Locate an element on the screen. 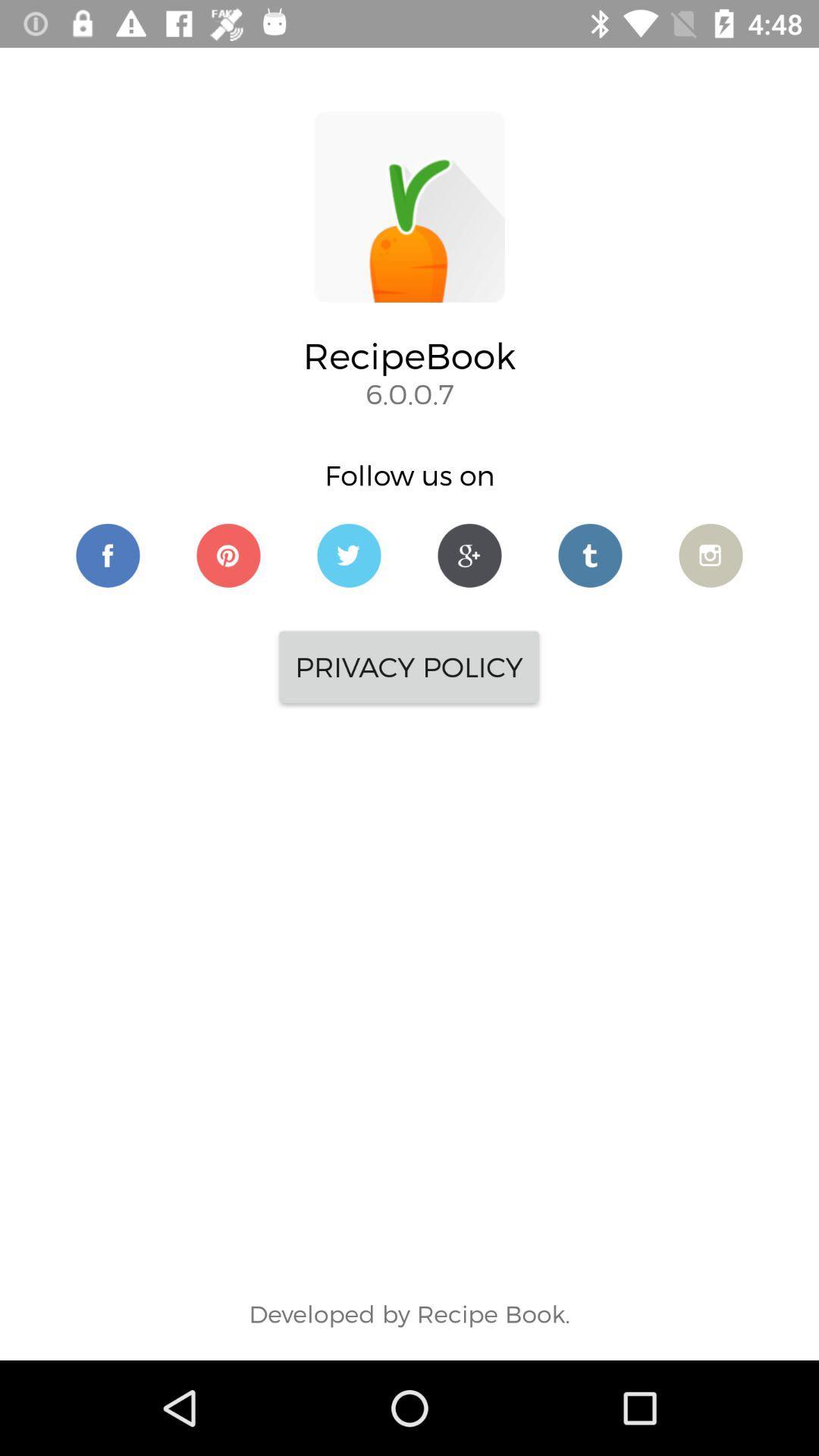 The width and height of the screenshot is (819, 1456). follow on pinterest is located at coordinates (228, 554).